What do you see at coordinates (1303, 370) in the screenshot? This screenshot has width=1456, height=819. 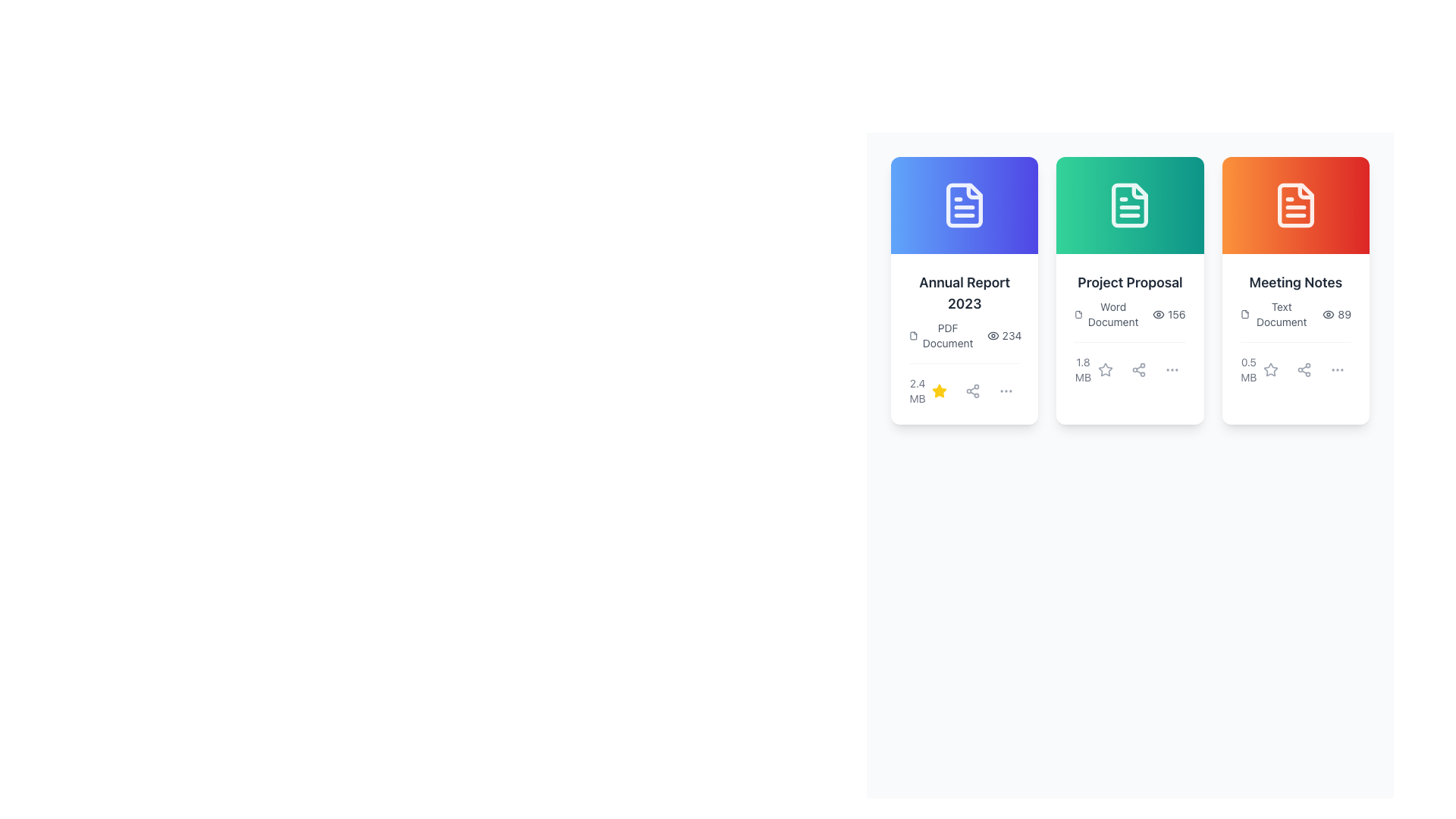 I see `the share icon button located` at bounding box center [1303, 370].